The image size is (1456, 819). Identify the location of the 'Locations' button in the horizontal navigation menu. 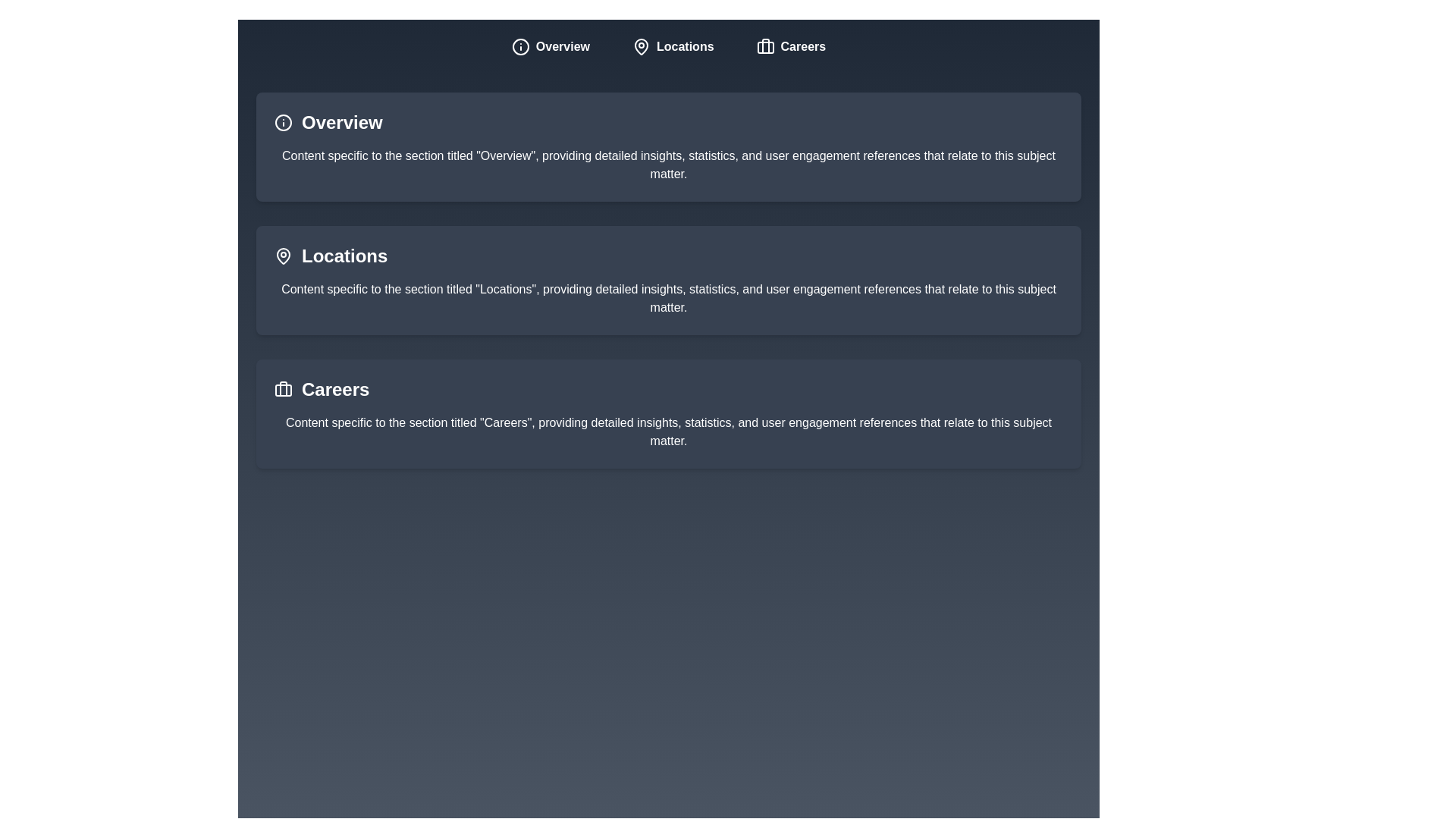
(672, 45).